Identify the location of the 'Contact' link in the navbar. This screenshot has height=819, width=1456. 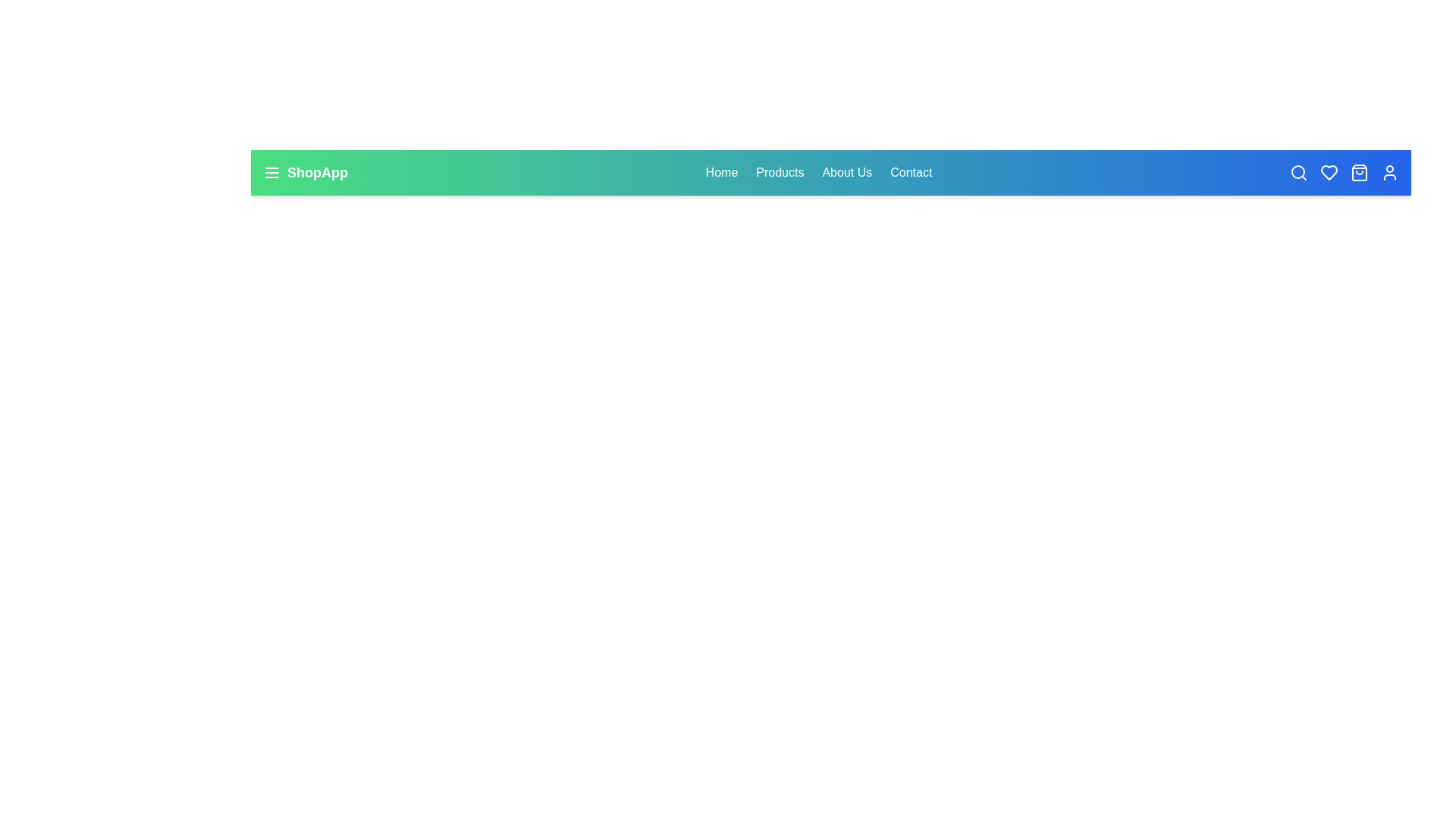
(910, 171).